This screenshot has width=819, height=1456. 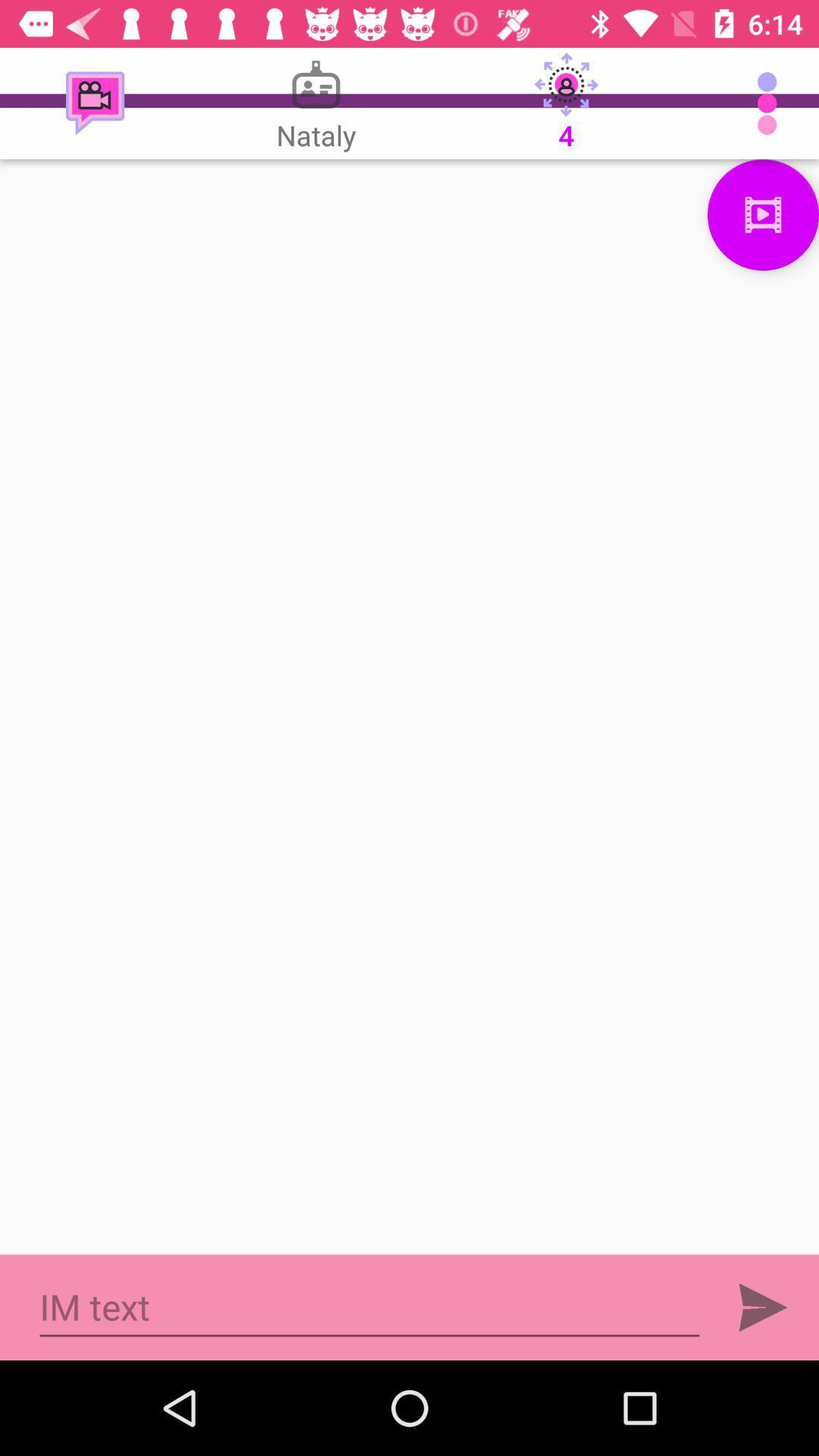 What do you see at coordinates (409, 706) in the screenshot?
I see `write the option` at bounding box center [409, 706].